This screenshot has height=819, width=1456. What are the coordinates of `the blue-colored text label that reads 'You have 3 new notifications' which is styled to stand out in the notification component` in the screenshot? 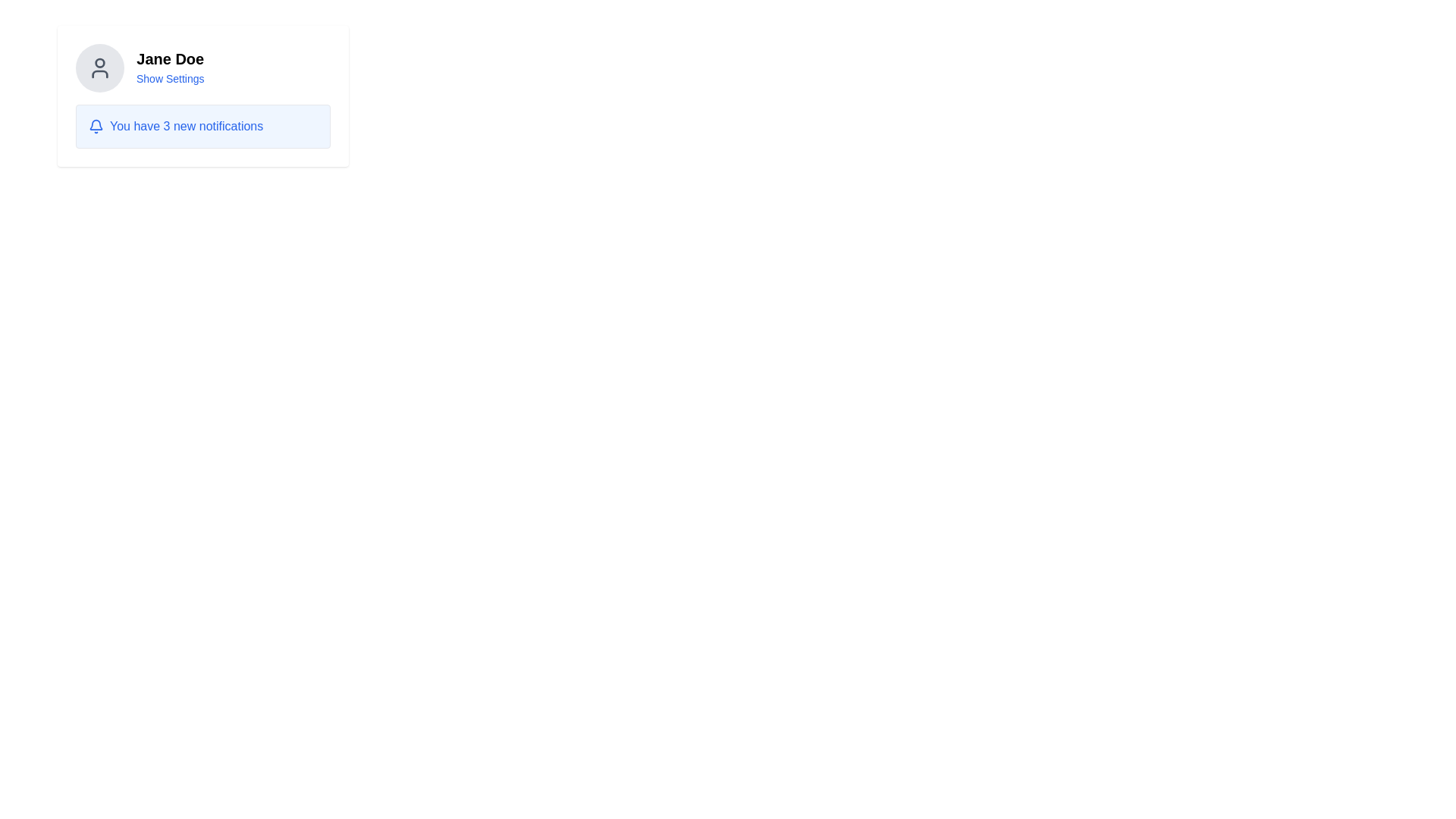 It's located at (186, 125).